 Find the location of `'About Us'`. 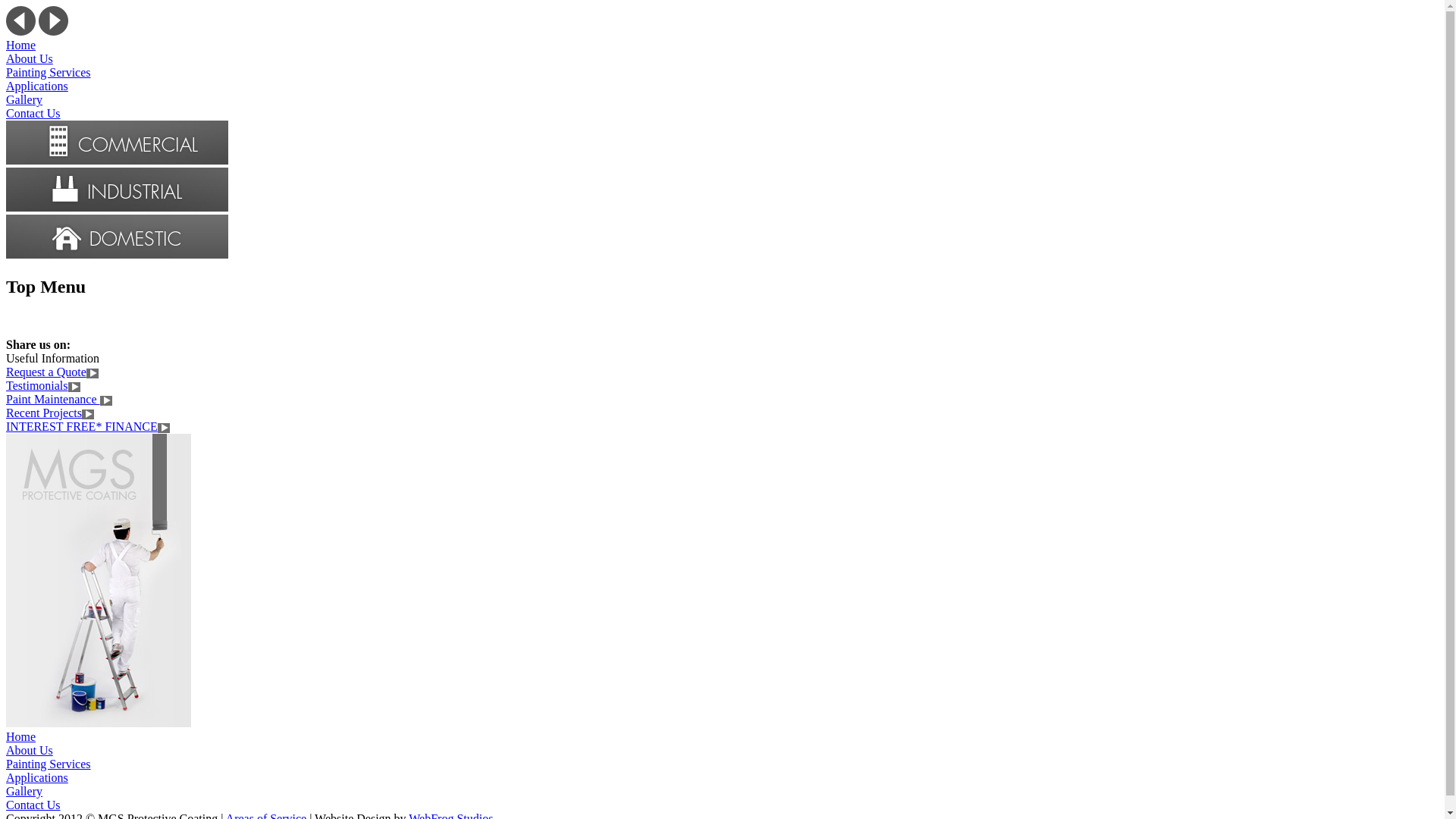

'About Us' is located at coordinates (29, 58).